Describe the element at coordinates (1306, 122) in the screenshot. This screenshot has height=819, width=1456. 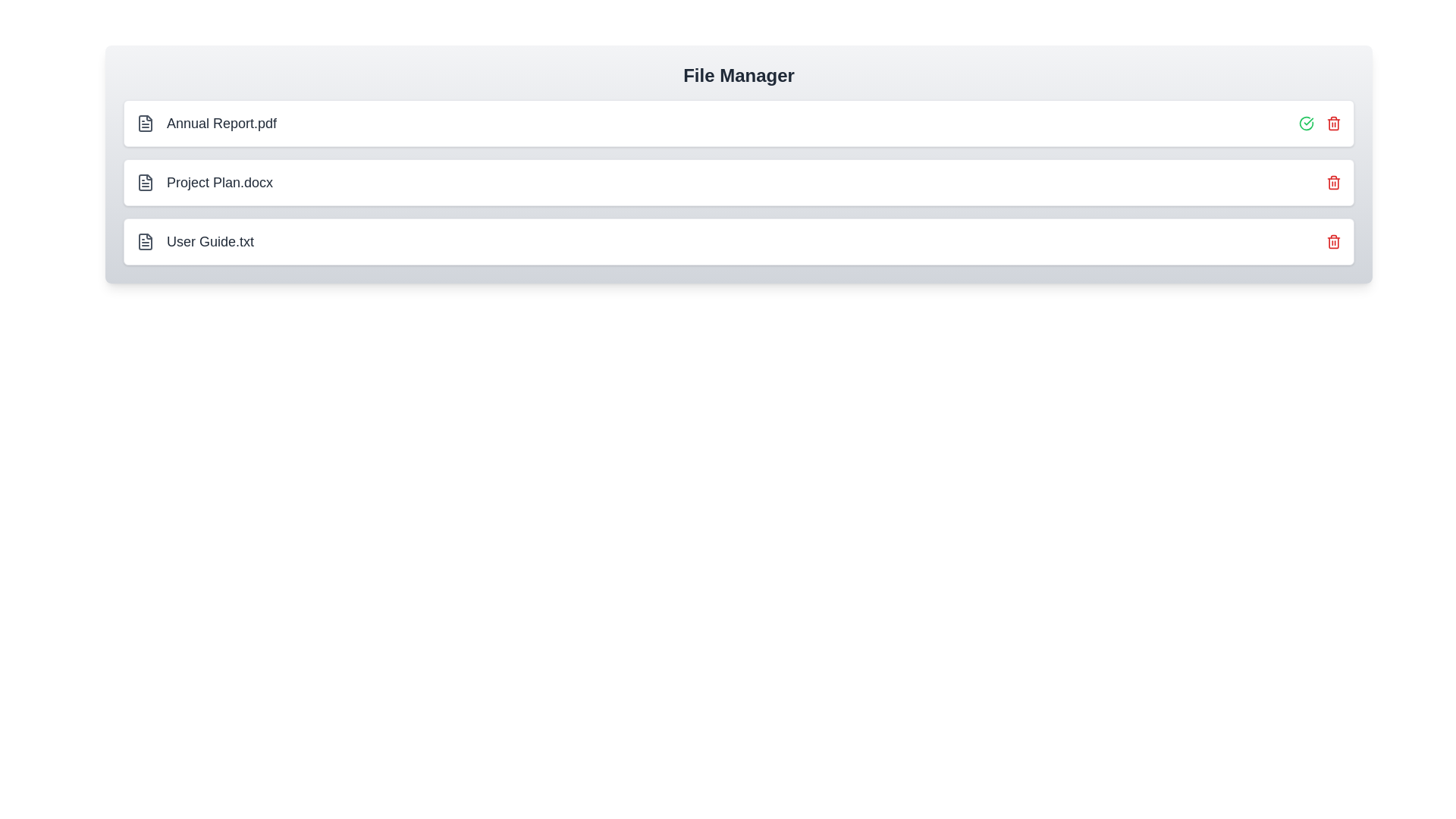
I see `the circular green icon with a checkmark inside, located in the rightmost section of the interface, adjacent to the file name in the first row of the file listing` at that location.